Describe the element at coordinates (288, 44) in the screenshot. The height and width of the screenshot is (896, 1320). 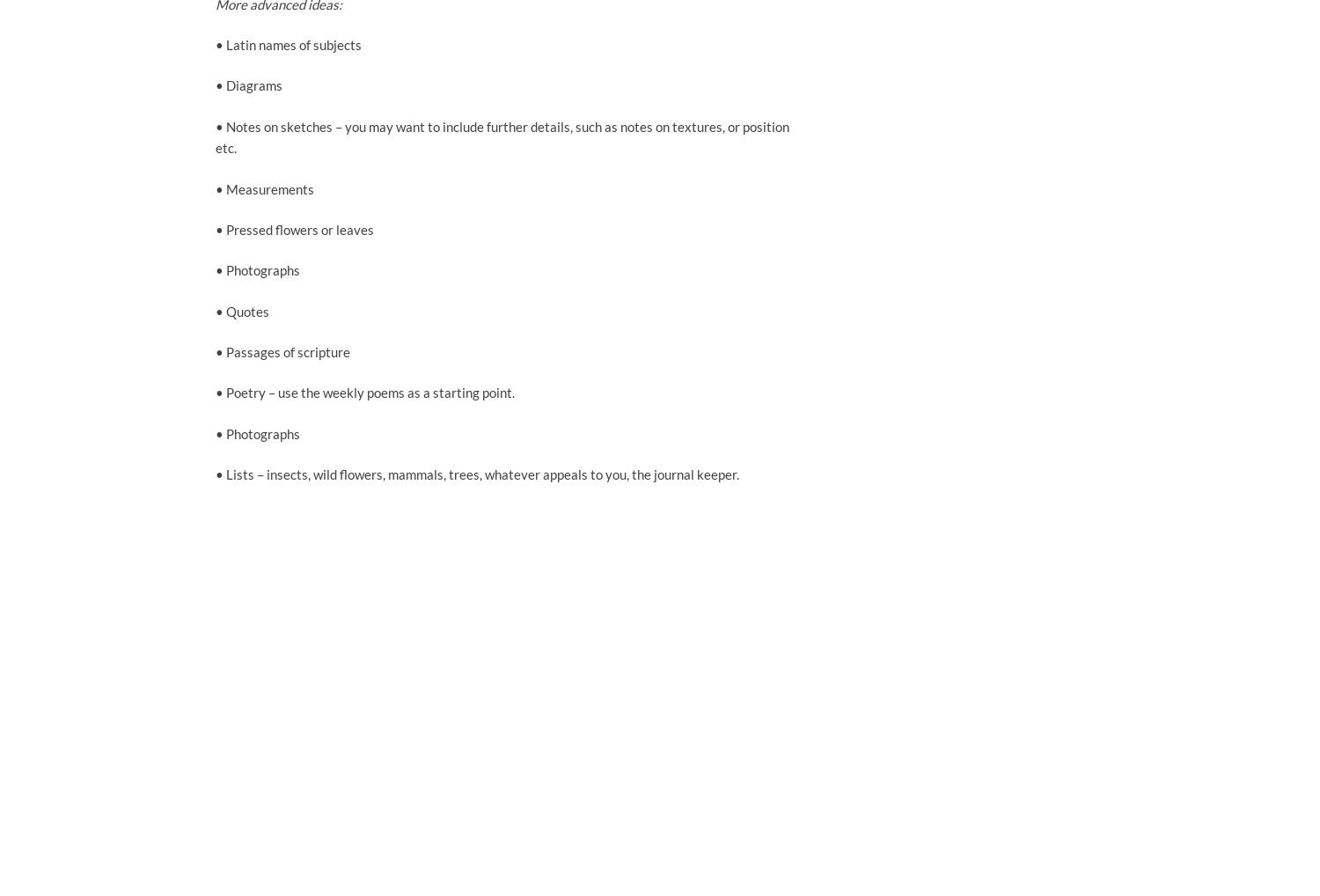
I see `'• Latin names of subjects'` at that location.